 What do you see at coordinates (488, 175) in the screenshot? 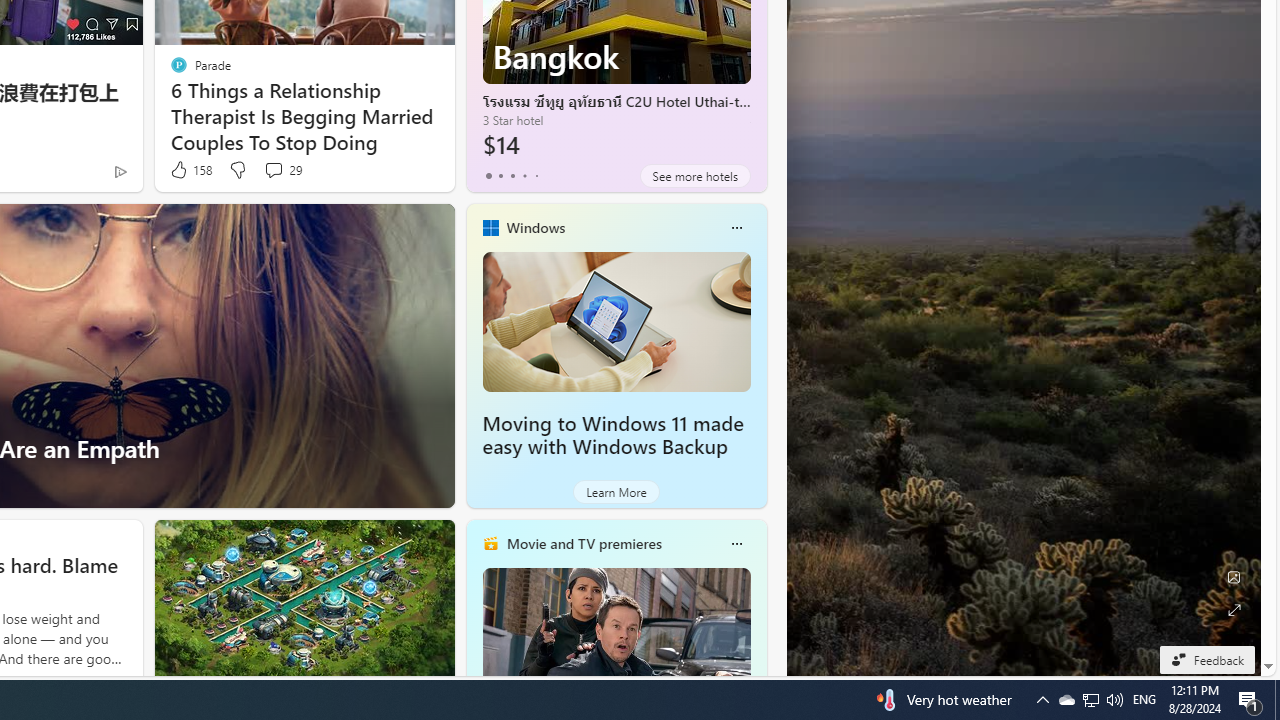
I see `'tab-0'` at bounding box center [488, 175].